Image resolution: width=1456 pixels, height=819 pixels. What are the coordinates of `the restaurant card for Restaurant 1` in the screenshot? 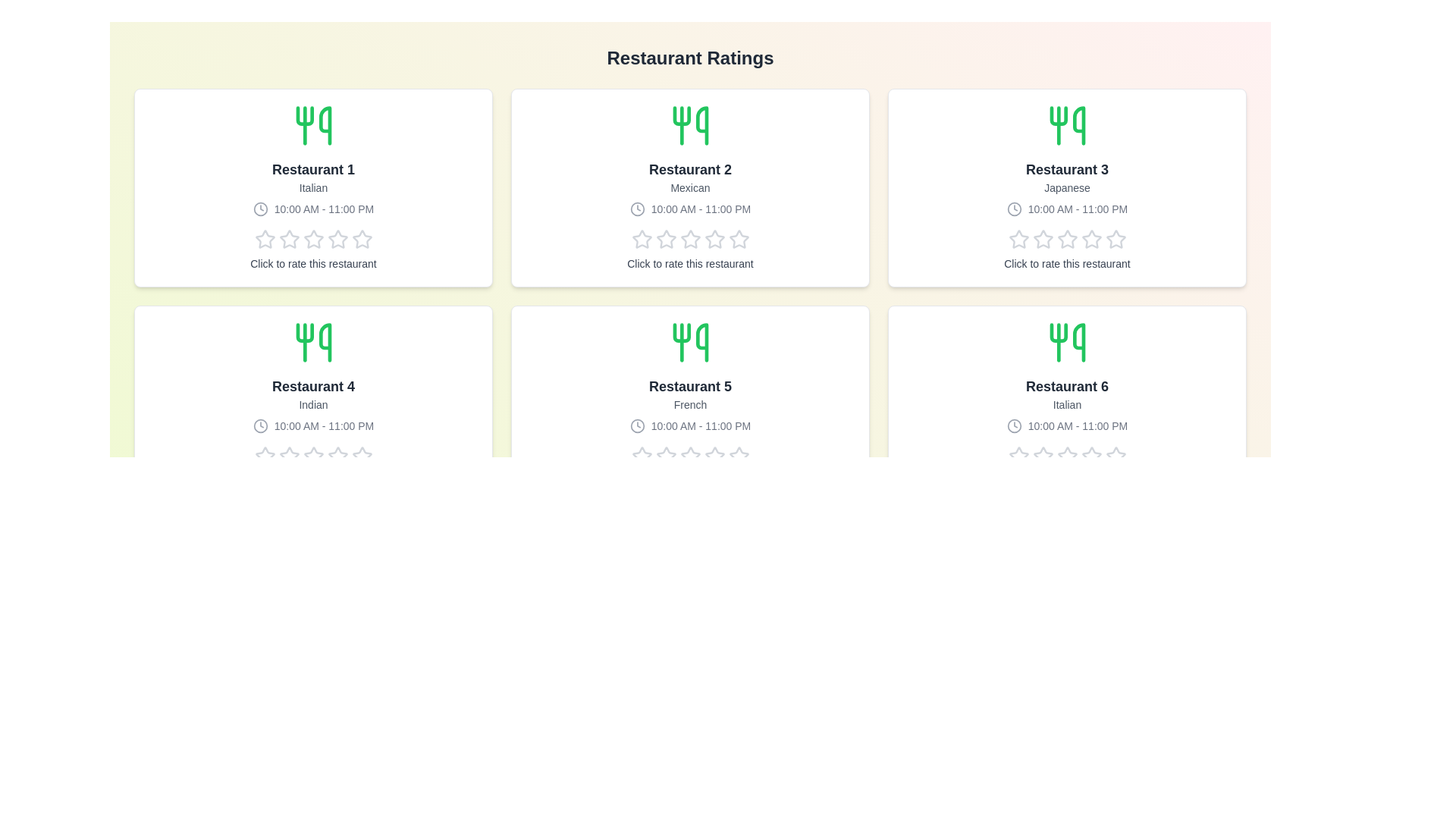 It's located at (312, 187).